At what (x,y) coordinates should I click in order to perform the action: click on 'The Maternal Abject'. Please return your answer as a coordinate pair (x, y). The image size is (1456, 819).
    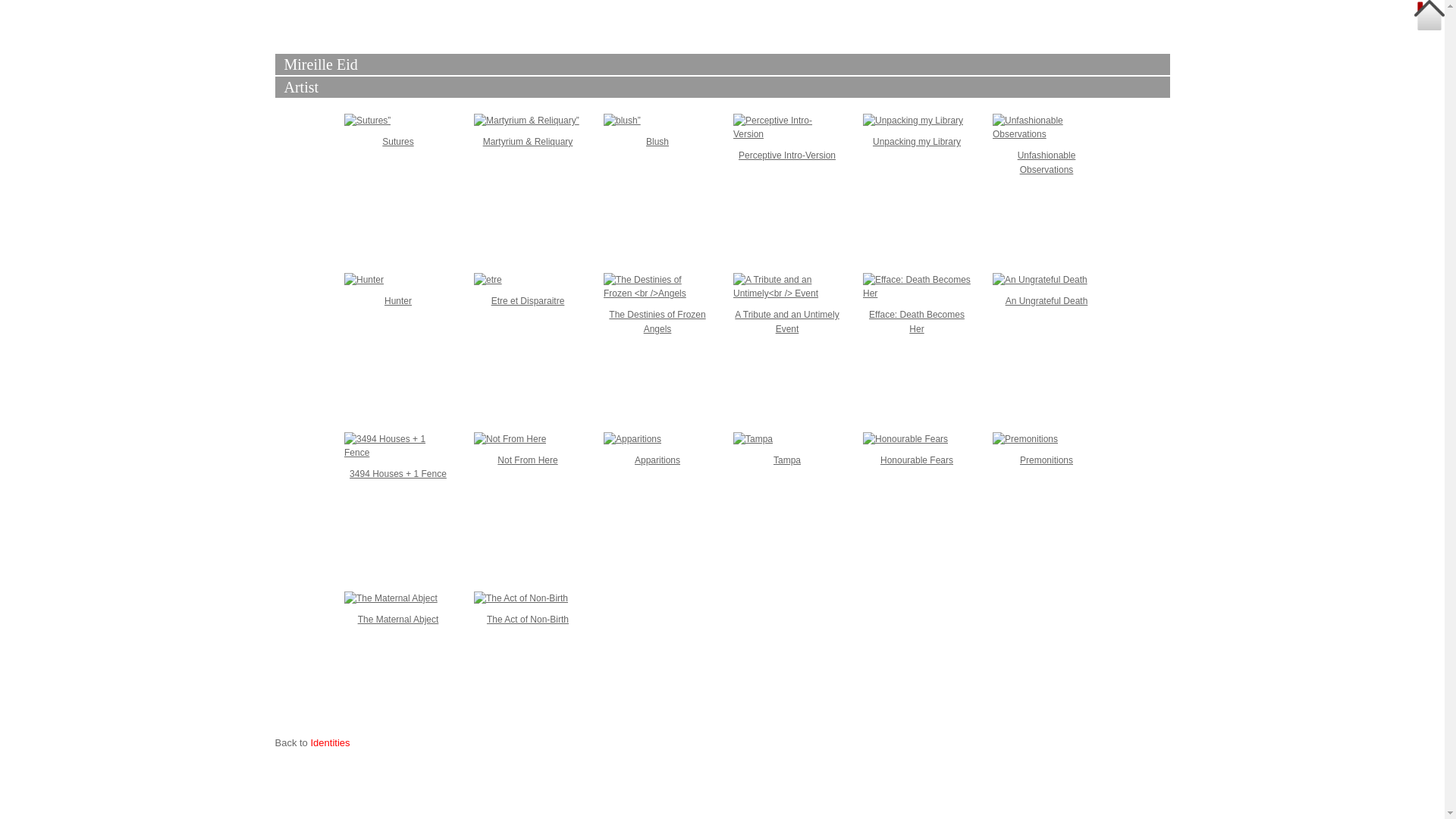
    Looking at the image, I should click on (398, 620).